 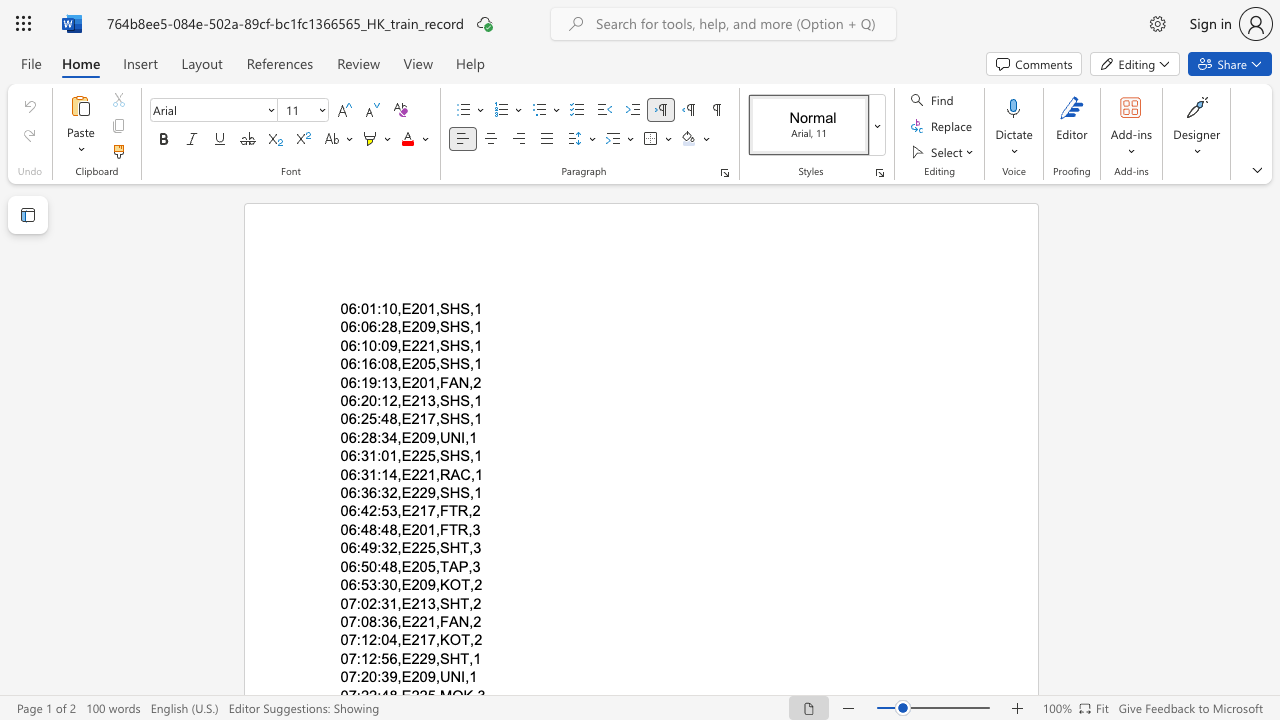 What do you see at coordinates (464, 436) in the screenshot?
I see `the space between the continuous character "I" and "," in the text` at bounding box center [464, 436].